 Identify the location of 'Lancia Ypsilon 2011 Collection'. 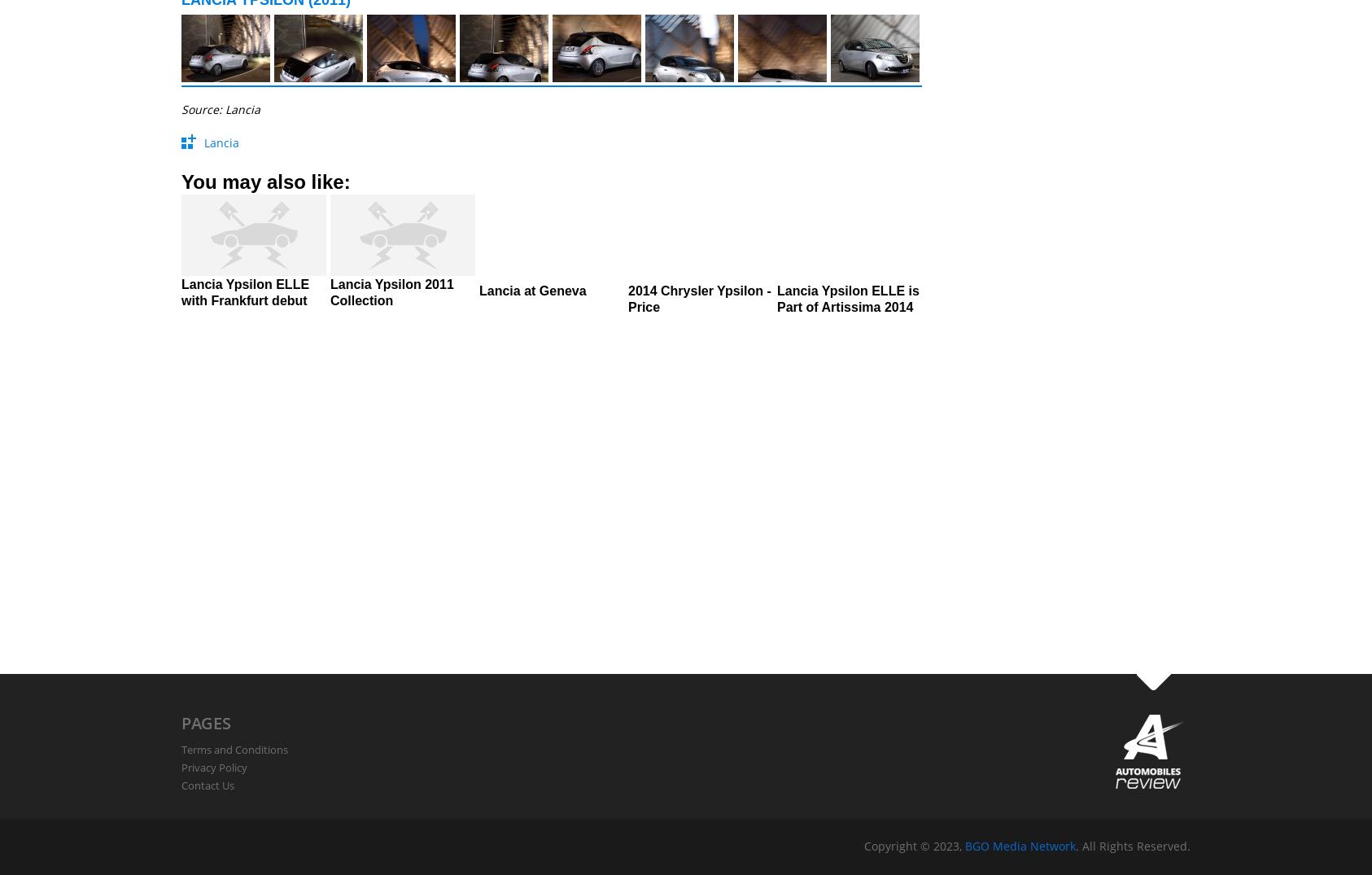
(391, 292).